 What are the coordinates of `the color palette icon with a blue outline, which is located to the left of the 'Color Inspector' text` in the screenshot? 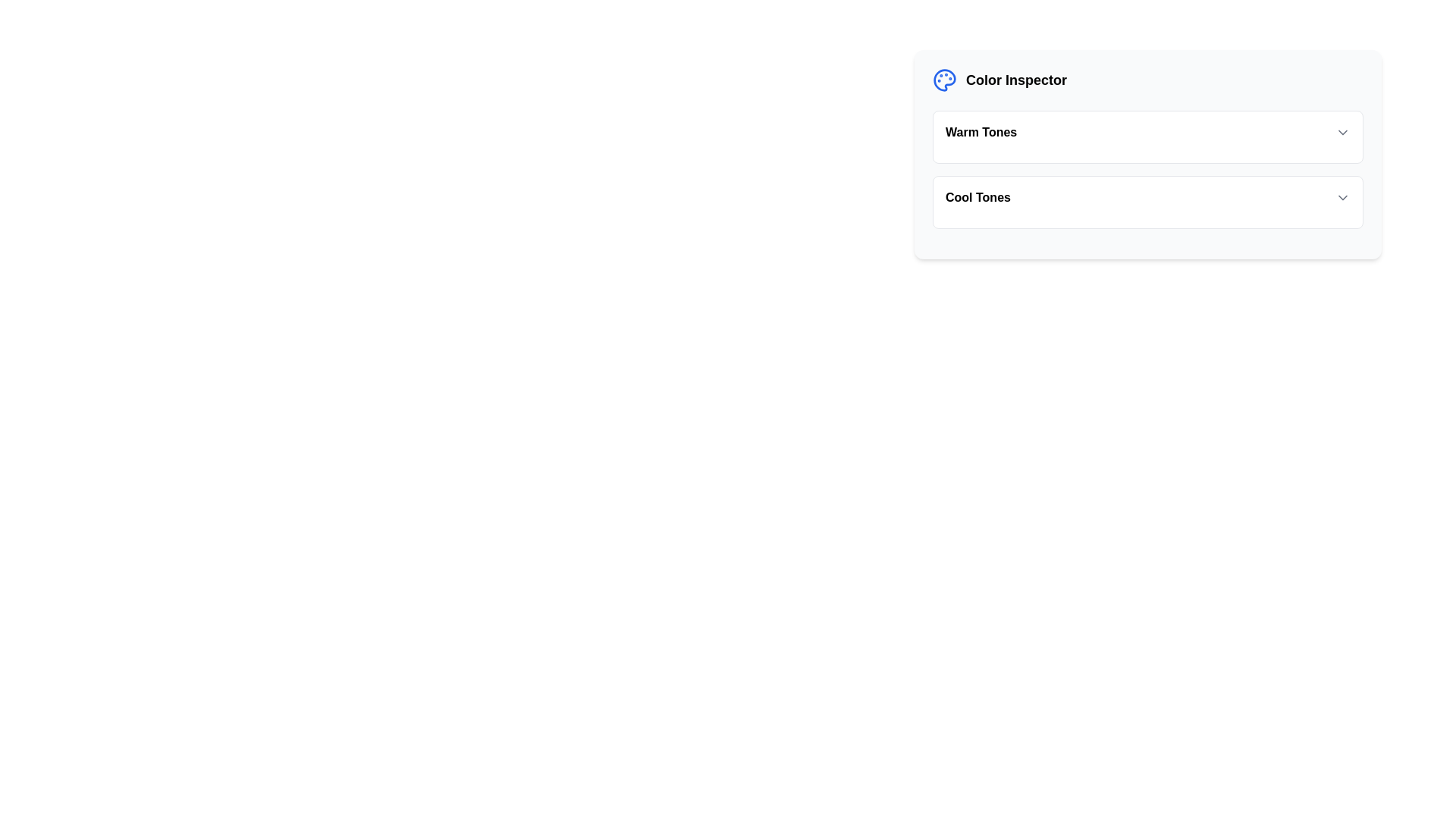 It's located at (944, 80).